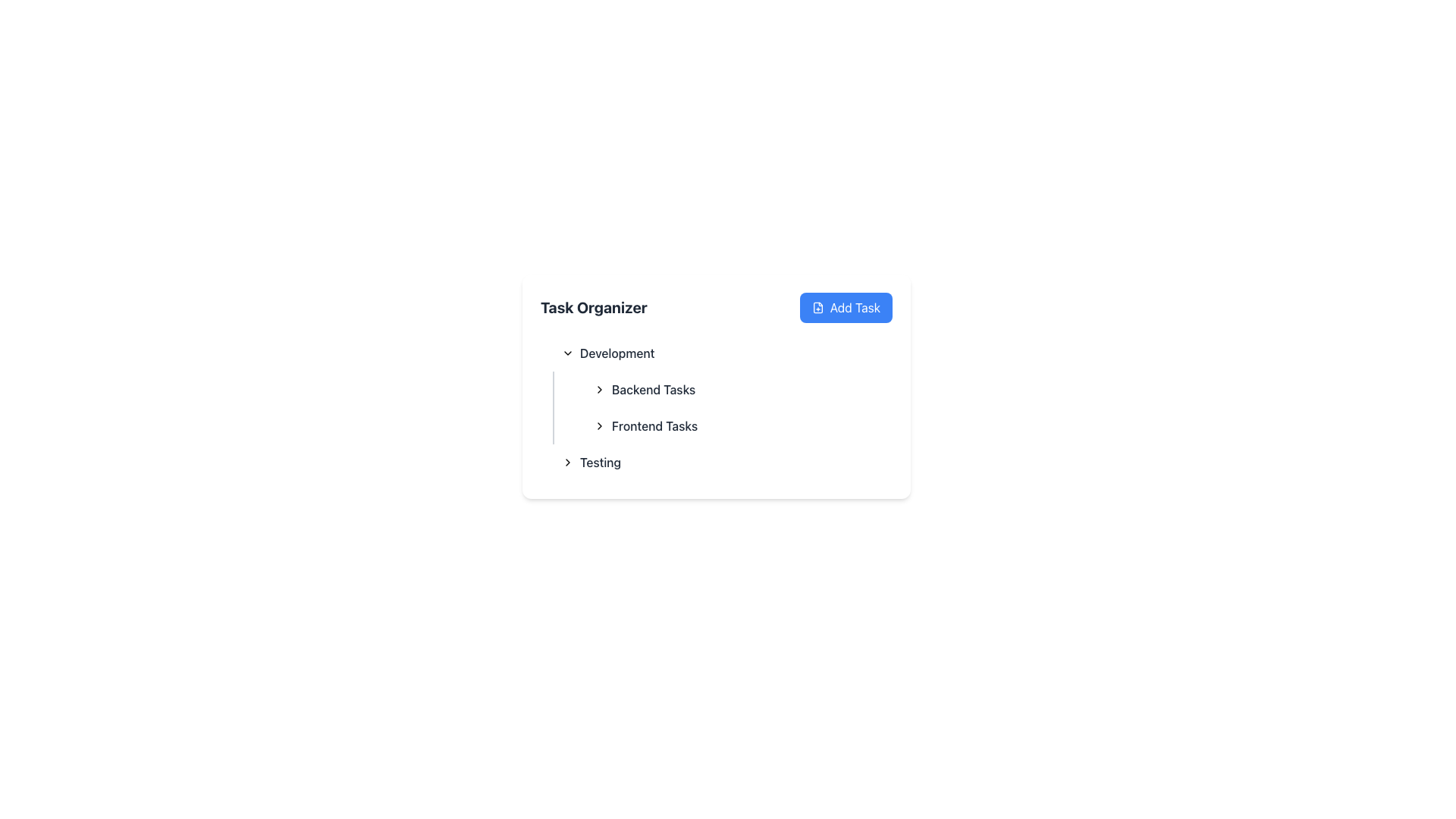 This screenshot has height=819, width=1456. What do you see at coordinates (722, 461) in the screenshot?
I see `the last list item under the 'Development' category in the 'Task Organizer' section to provide additional visual feedback` at bounding box center [722, 461].